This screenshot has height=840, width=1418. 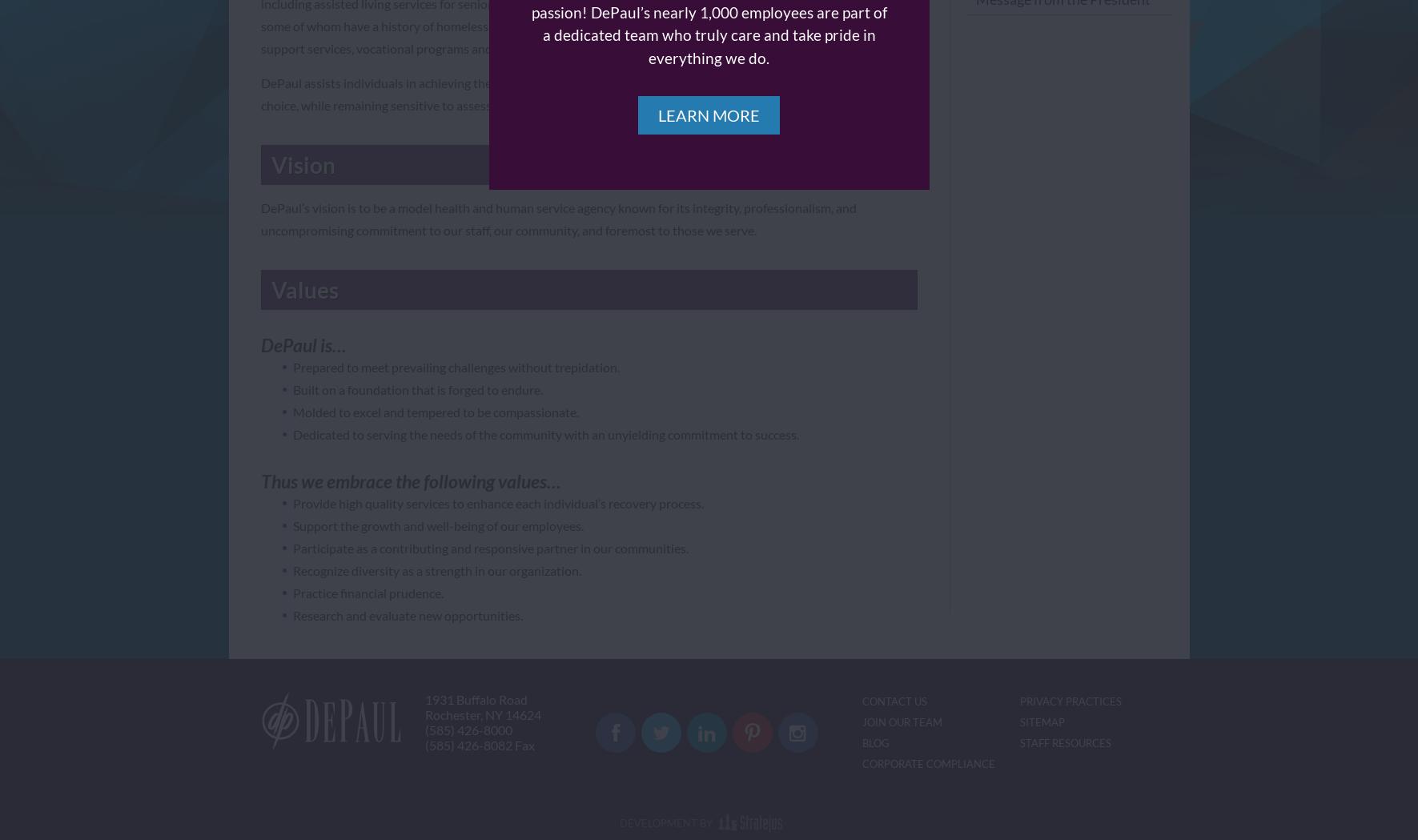 What do you see at coordinates (478, 744) in the screenshot?
I see `'(585) 426-8082 Fax'` at bounding box center [478, 744].